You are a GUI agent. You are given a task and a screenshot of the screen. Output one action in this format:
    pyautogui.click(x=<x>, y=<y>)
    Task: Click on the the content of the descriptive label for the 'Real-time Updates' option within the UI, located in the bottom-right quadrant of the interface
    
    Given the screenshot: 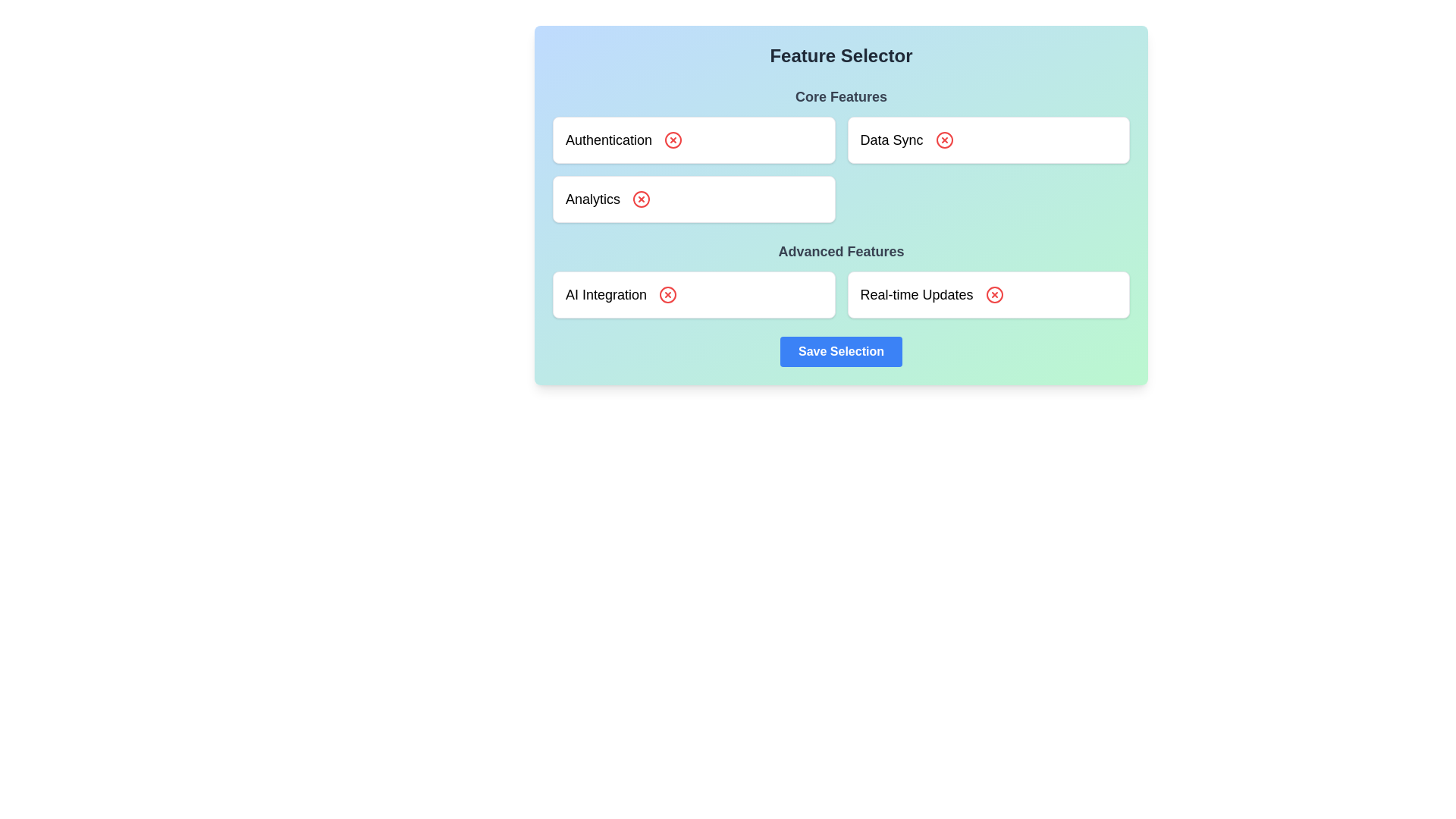 What is the action you would take?
    pyautogui.click(x=916, y=295)
    